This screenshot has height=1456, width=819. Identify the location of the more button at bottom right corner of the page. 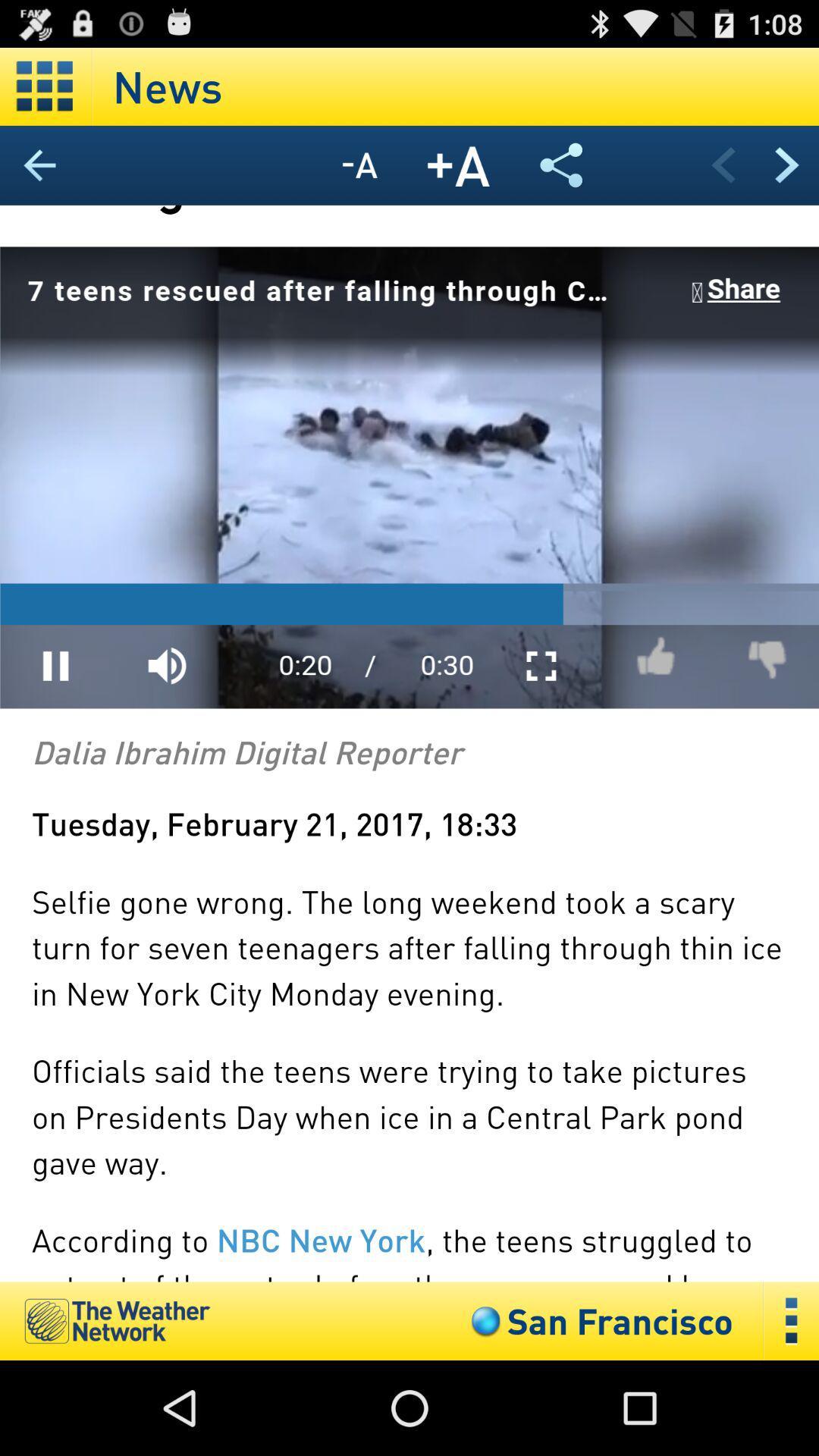
(791, 1320).